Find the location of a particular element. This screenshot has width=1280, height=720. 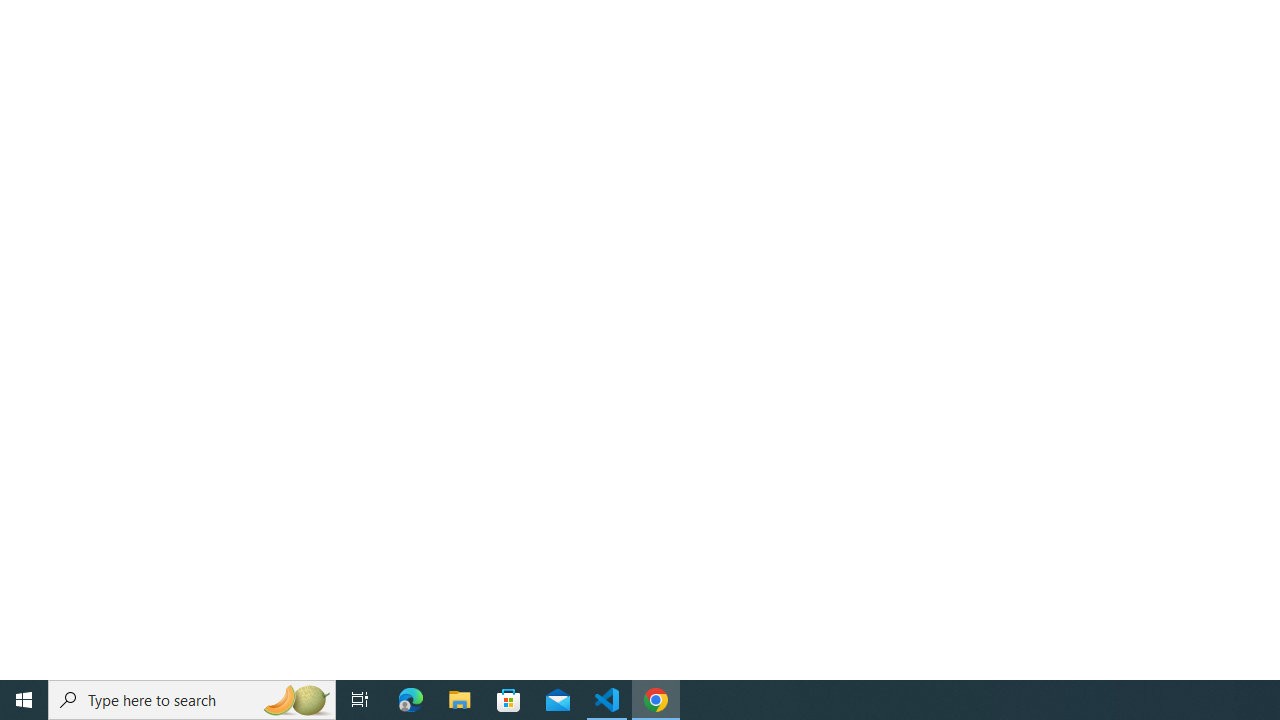

'Search highlights icon opens search home window' is located at coordinates (294, 698).